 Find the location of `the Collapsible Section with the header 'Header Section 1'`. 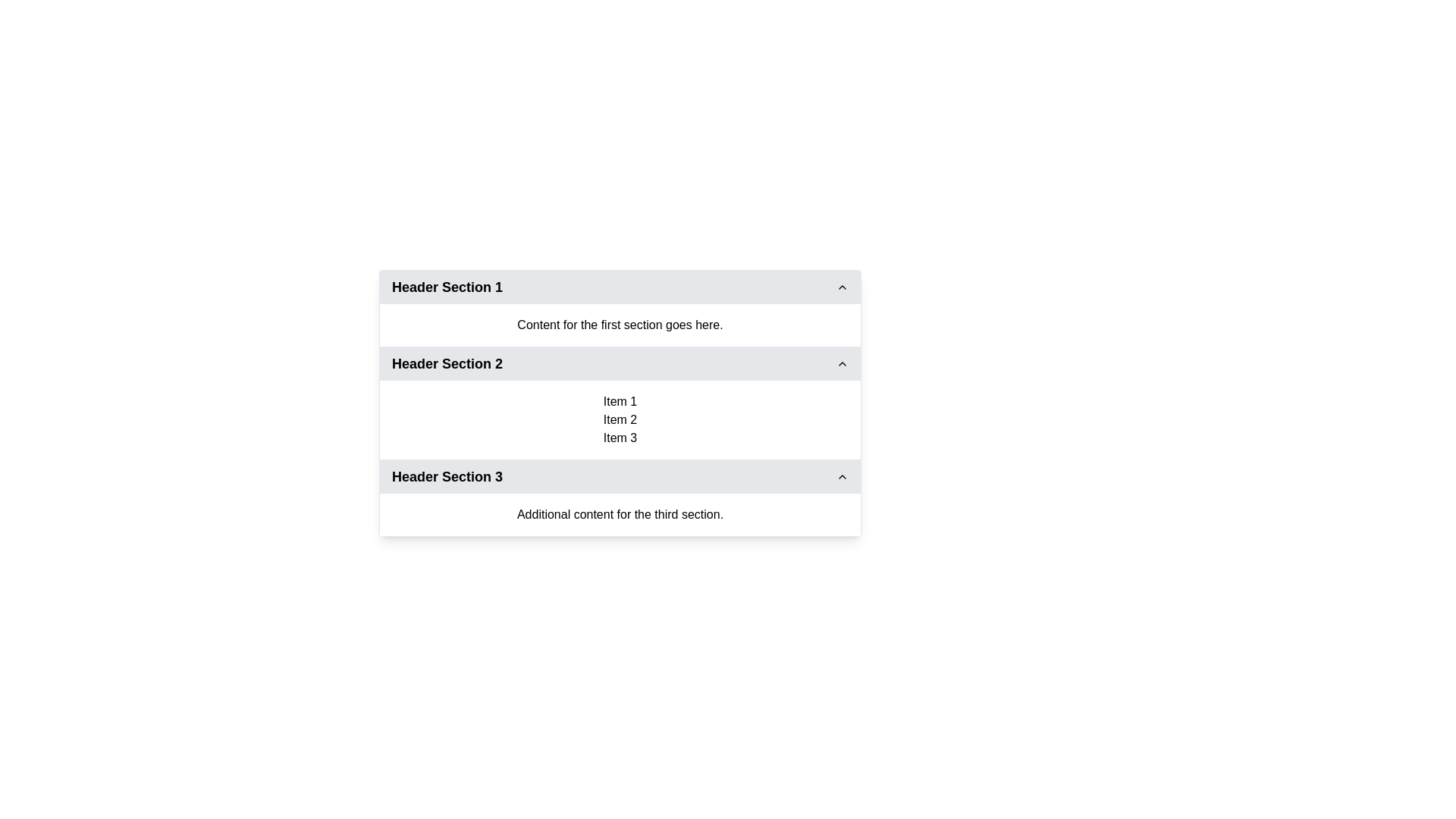

the Collapsible Section with the header 'Header Section 1' is located at coordinates (620, 308).